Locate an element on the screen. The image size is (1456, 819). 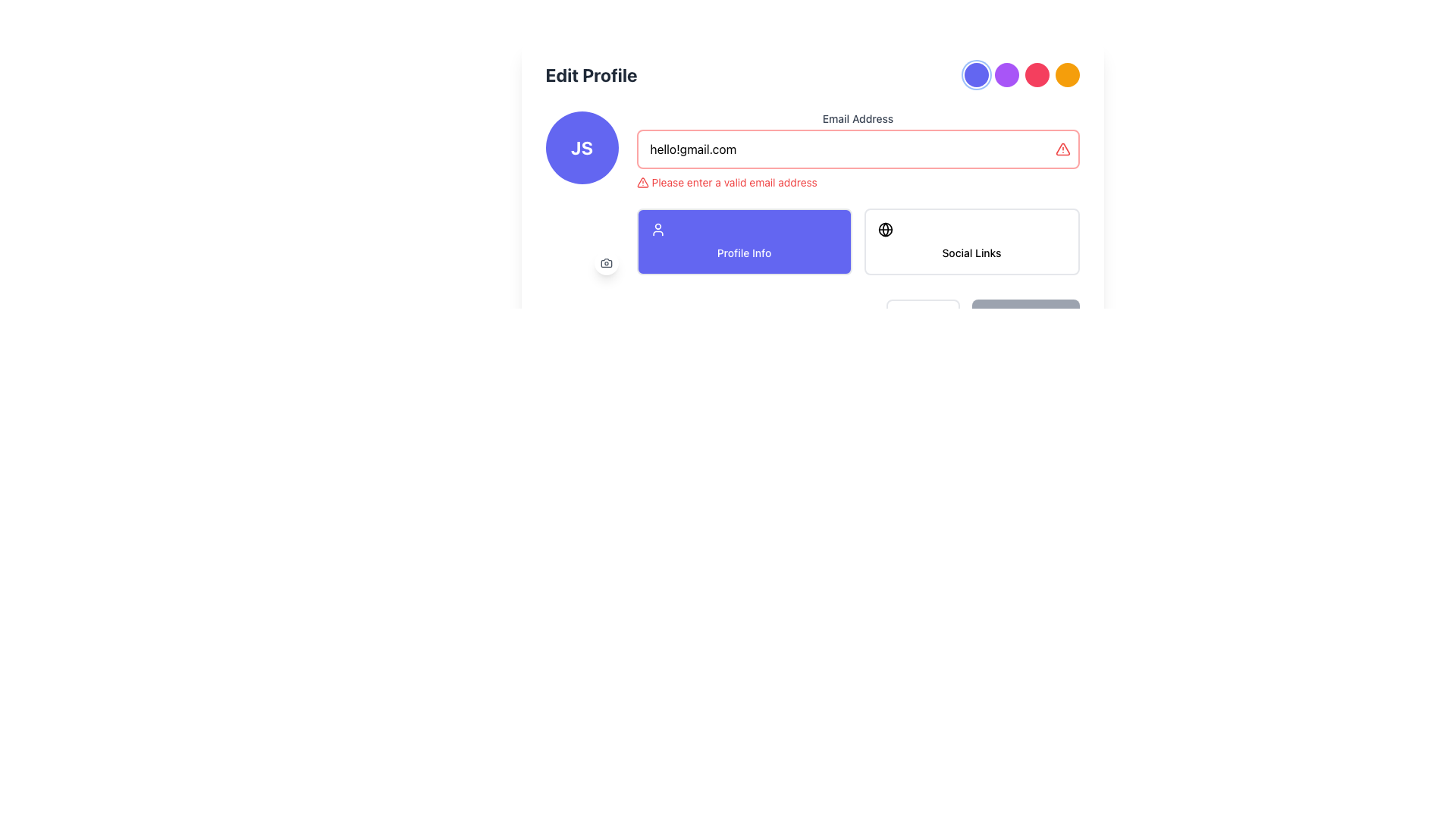
the circular shape within the globe icon, which is positioned at the top-right section of the 'Social Links' button is located at coordinates (885, 230).